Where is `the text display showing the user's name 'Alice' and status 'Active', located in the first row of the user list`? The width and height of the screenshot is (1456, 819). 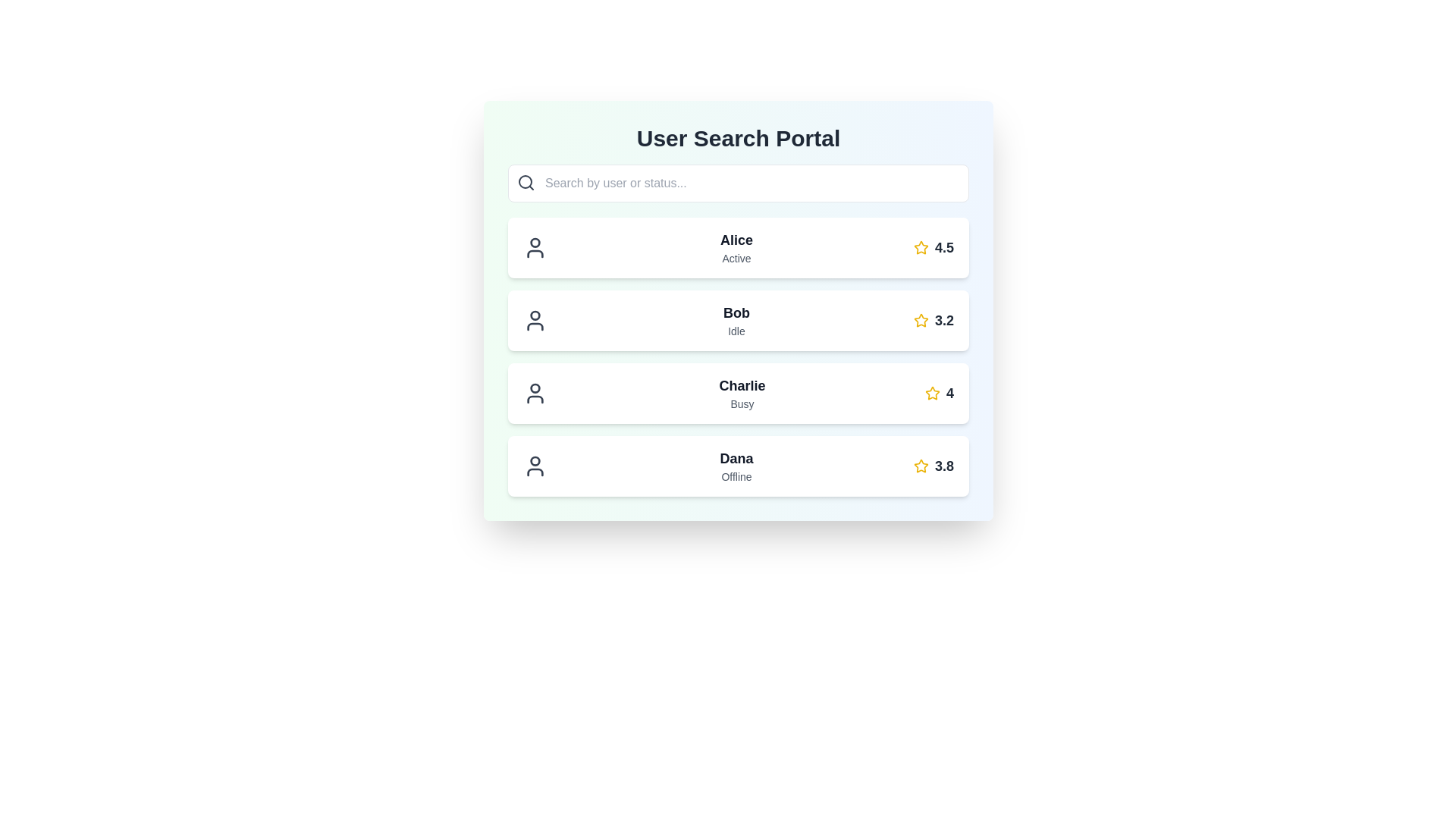
the text display showing the user's name 'Alice' and status 'Active', located in the first row of the user list is located at coordinates (736, 247).